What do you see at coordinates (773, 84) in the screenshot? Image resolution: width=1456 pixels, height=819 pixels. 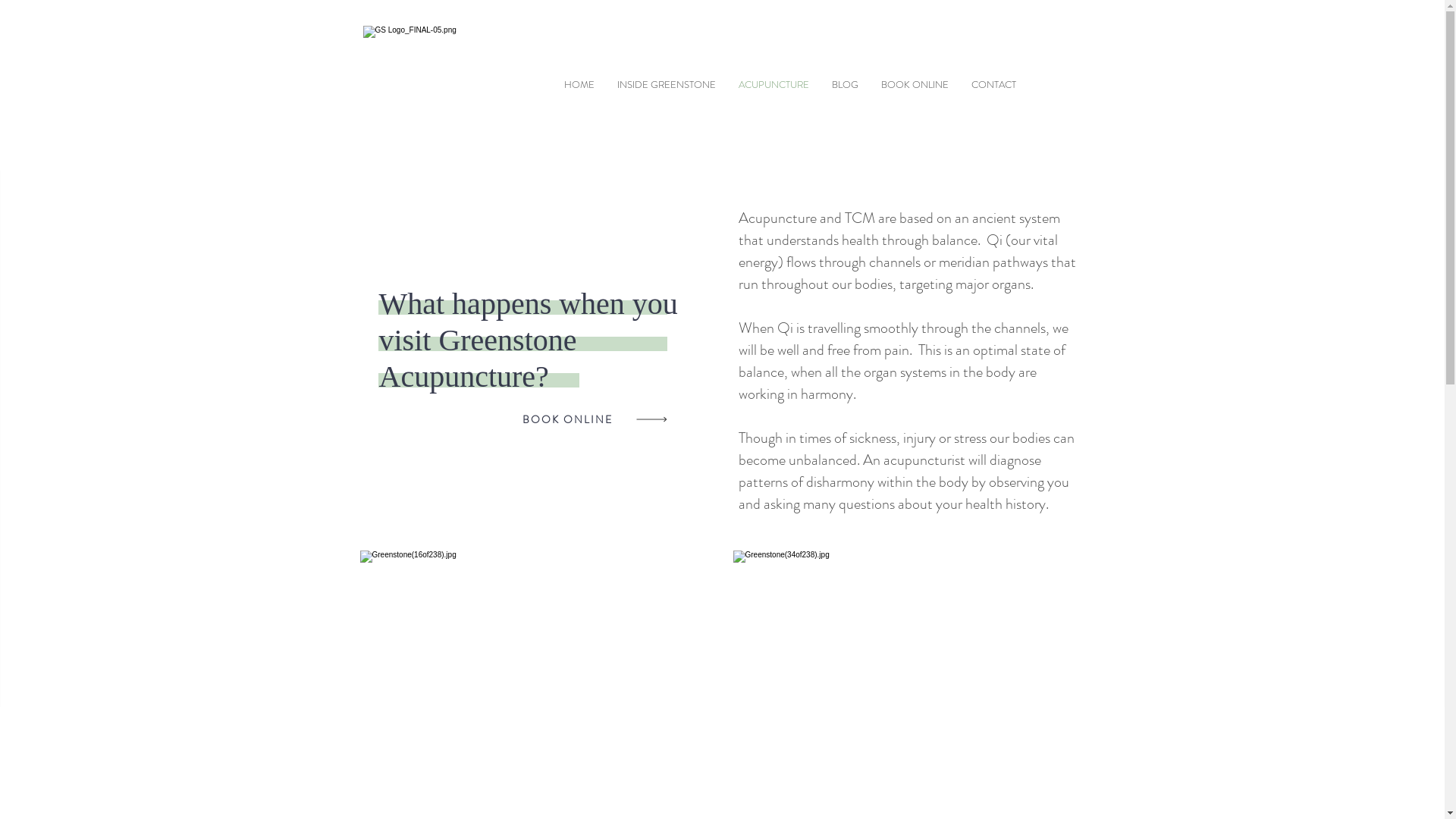 I see `'ACUPUNCTURE'` at bounding box center [773, 84].